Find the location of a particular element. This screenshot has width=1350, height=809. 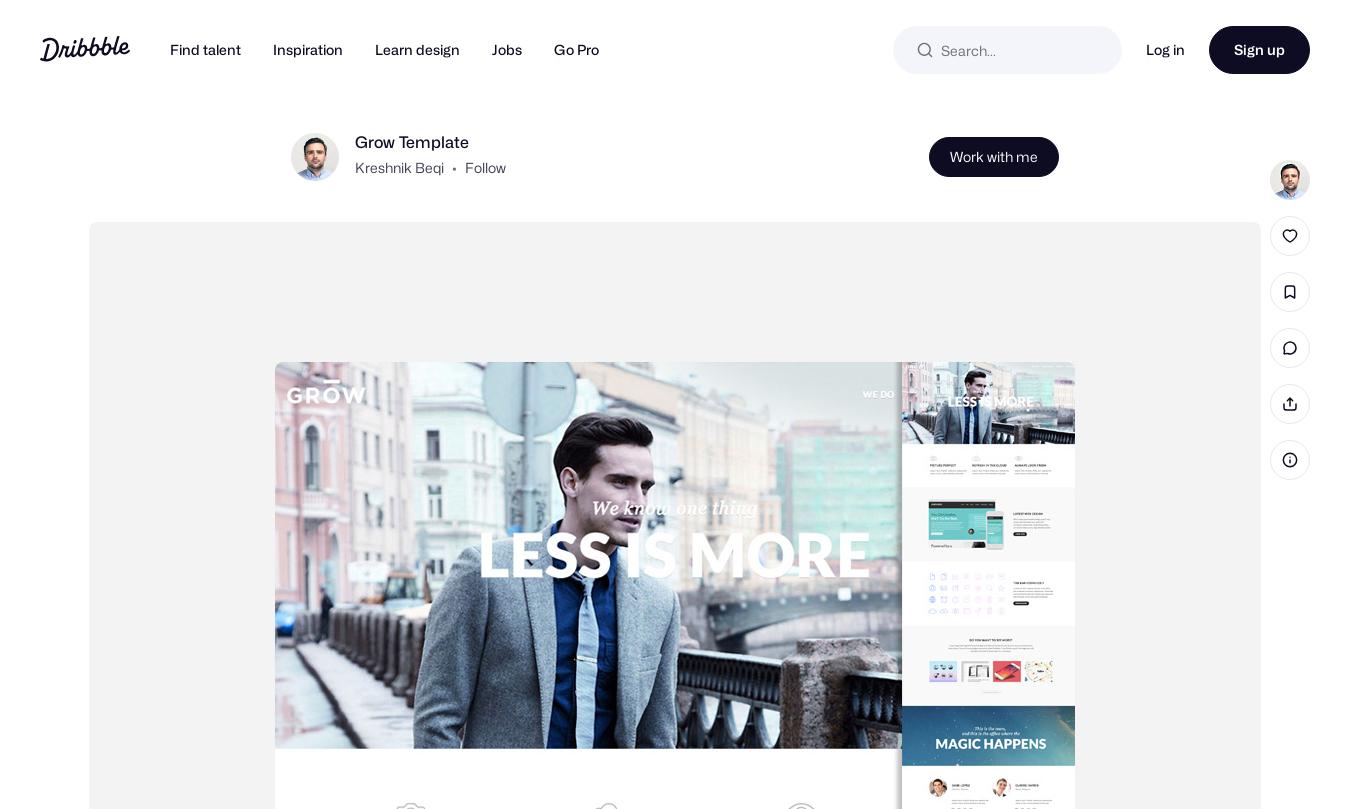

'Inspiration' is located at coordinates (271, 49).